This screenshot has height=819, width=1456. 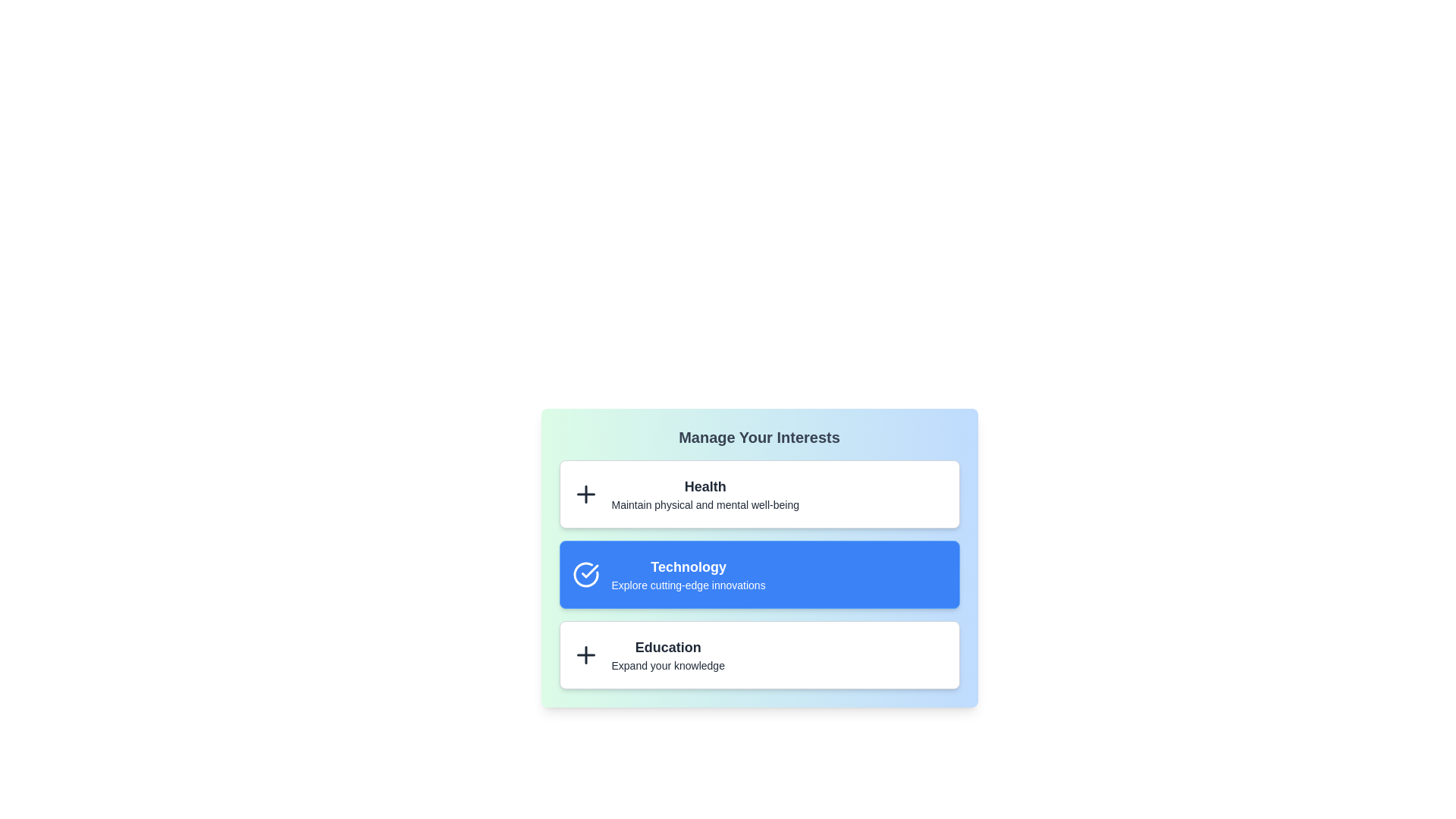 I want to click on the inactive item corresponding to Education to activate it, so click(x=585, y=654).